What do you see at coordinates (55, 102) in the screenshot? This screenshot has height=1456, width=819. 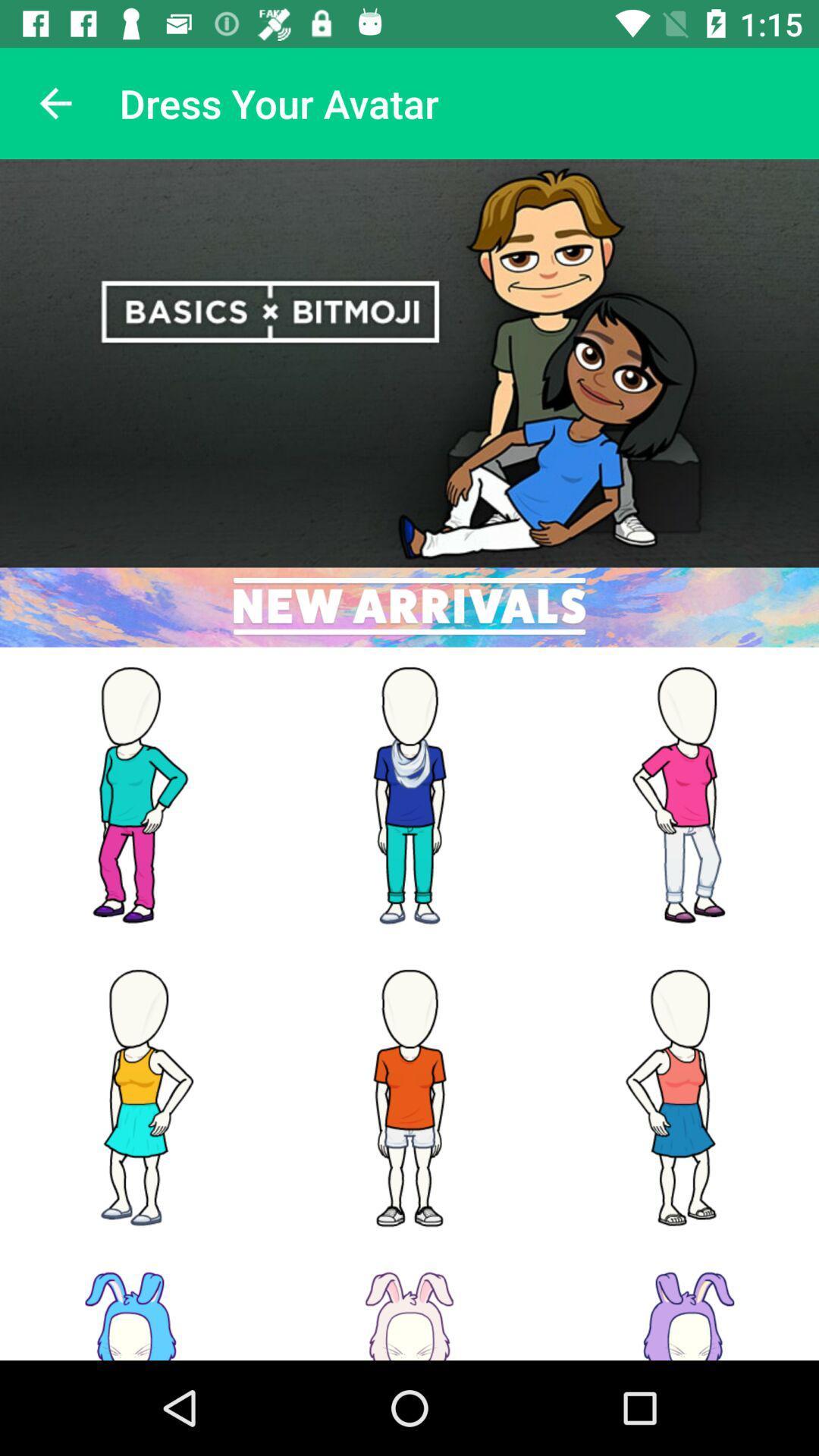 I see `the item at the top left corner` at bounding box center [55, 102].